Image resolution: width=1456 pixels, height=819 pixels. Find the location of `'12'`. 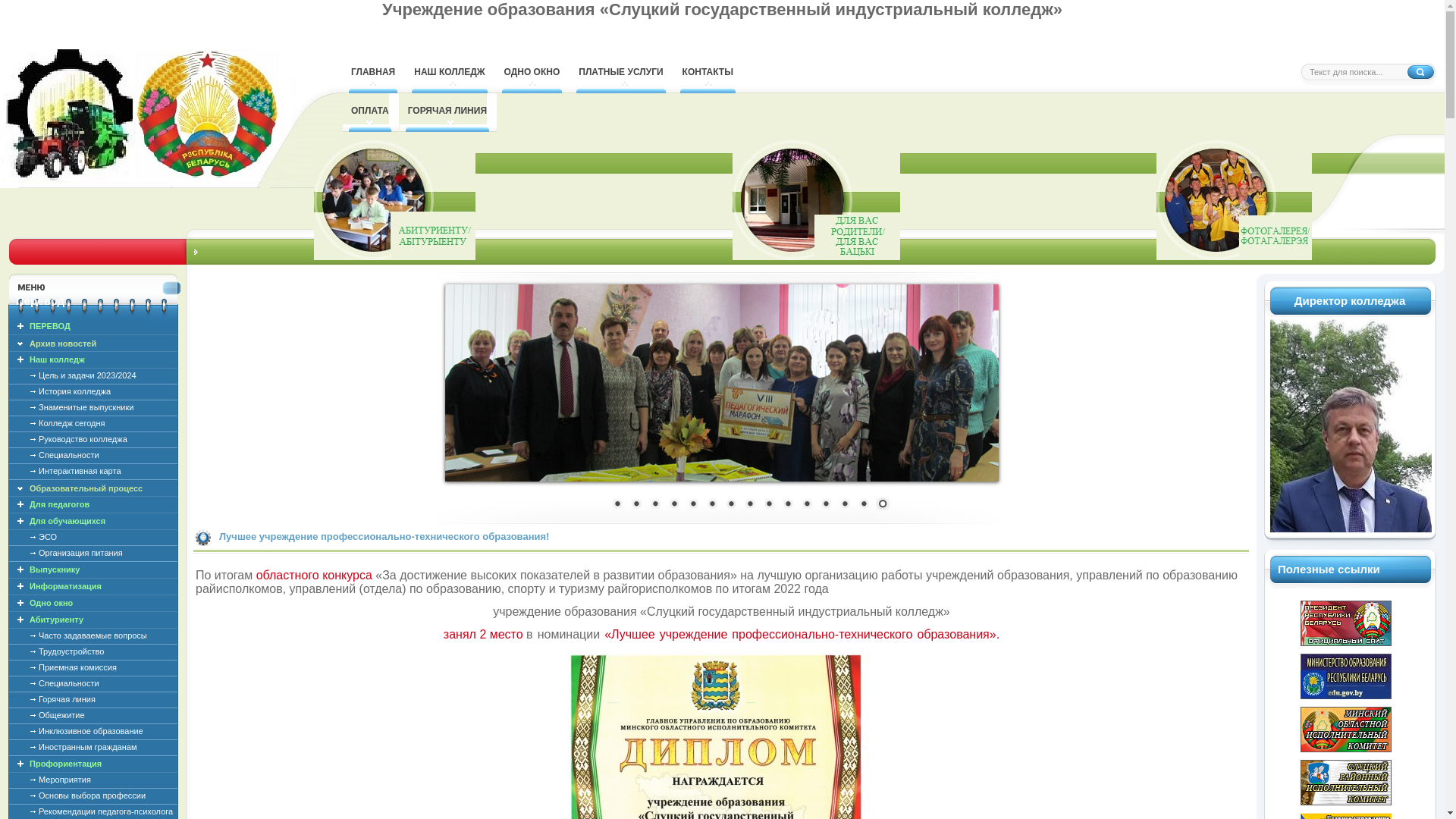

'12' is located at coordinates (825, 505).